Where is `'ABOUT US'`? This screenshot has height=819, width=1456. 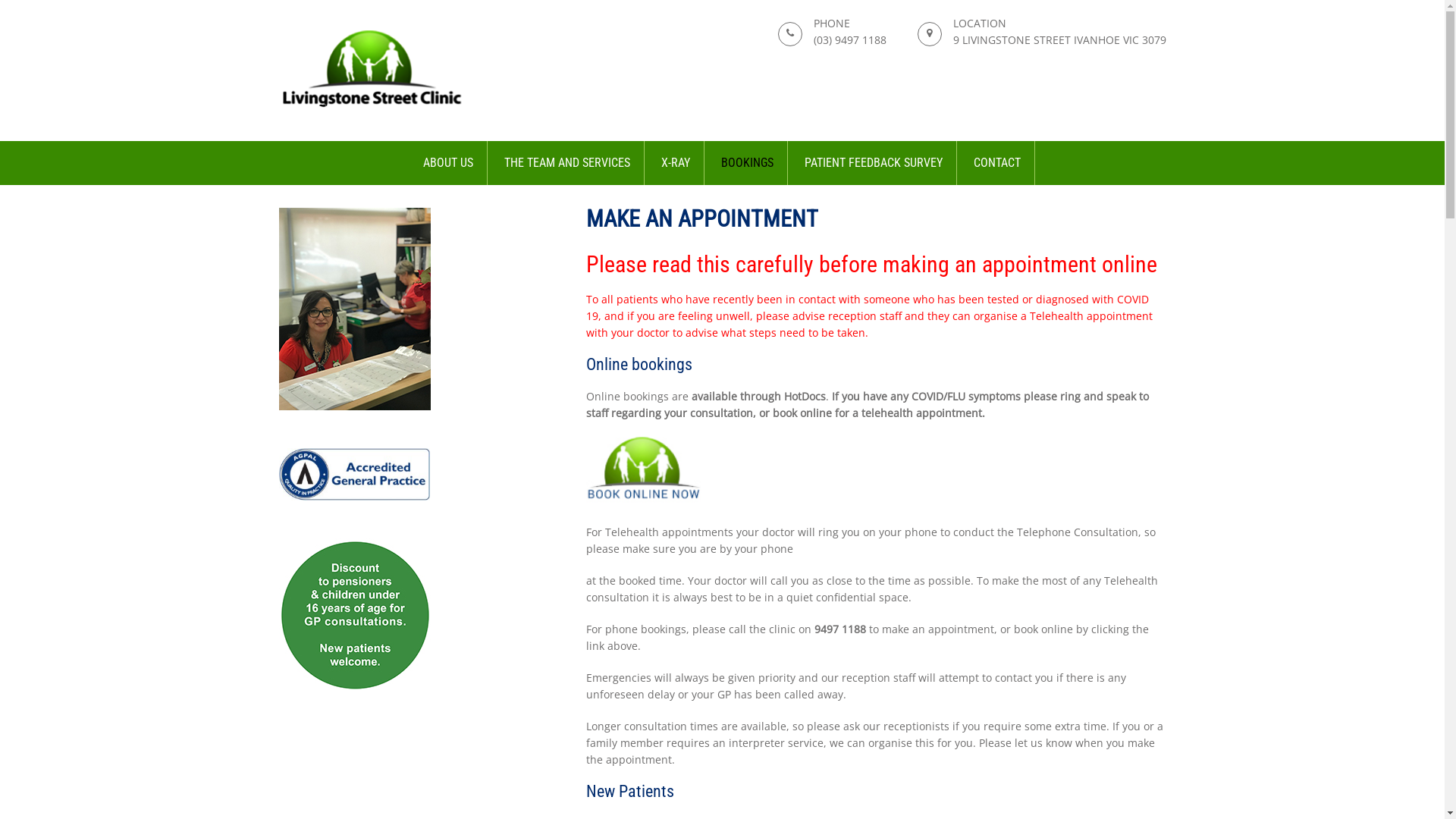 'ABOUT US' is located at coordinates (447, 163).